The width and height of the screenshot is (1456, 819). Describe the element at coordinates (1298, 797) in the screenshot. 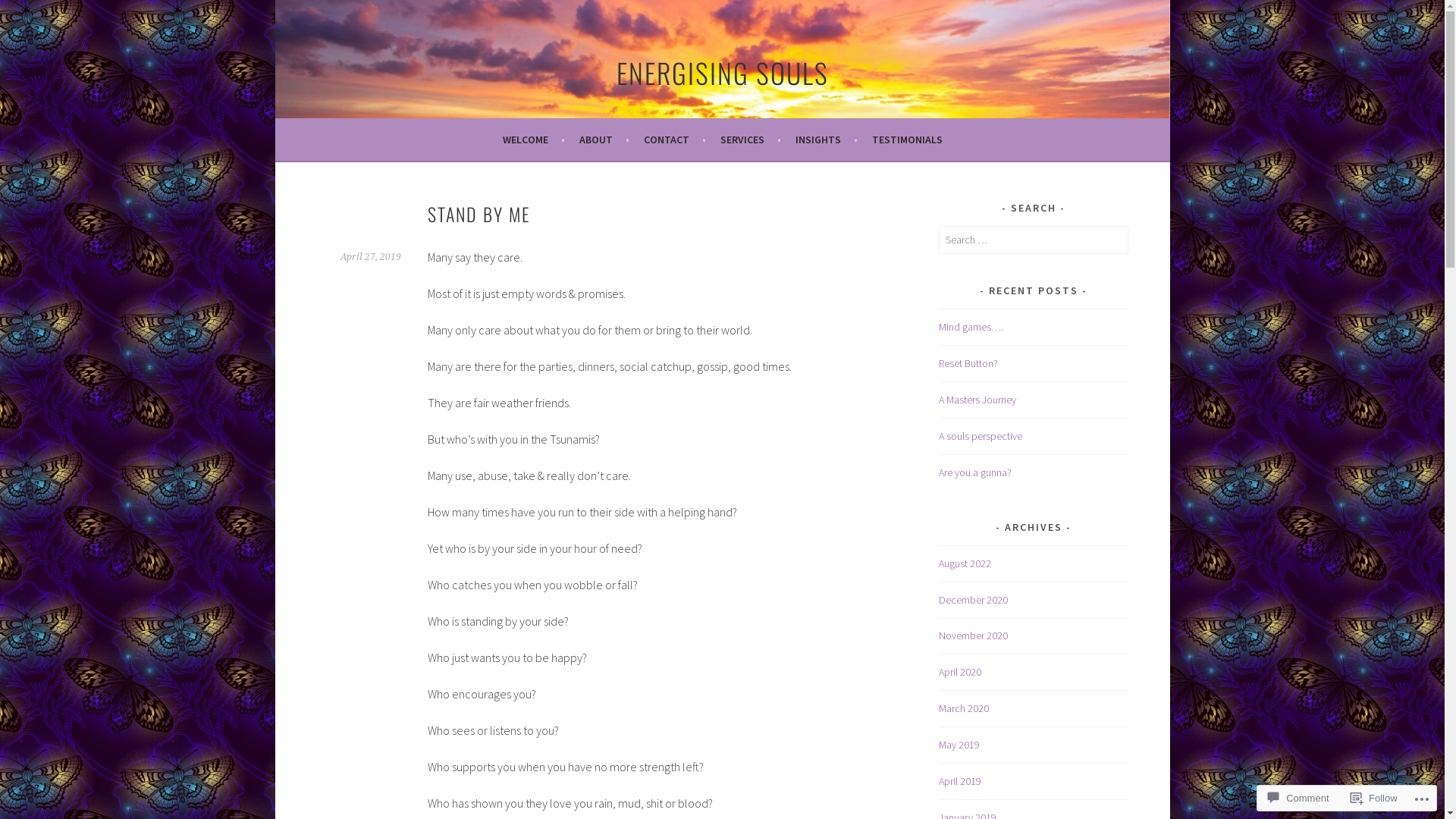

I see `'Comment'` at that location.